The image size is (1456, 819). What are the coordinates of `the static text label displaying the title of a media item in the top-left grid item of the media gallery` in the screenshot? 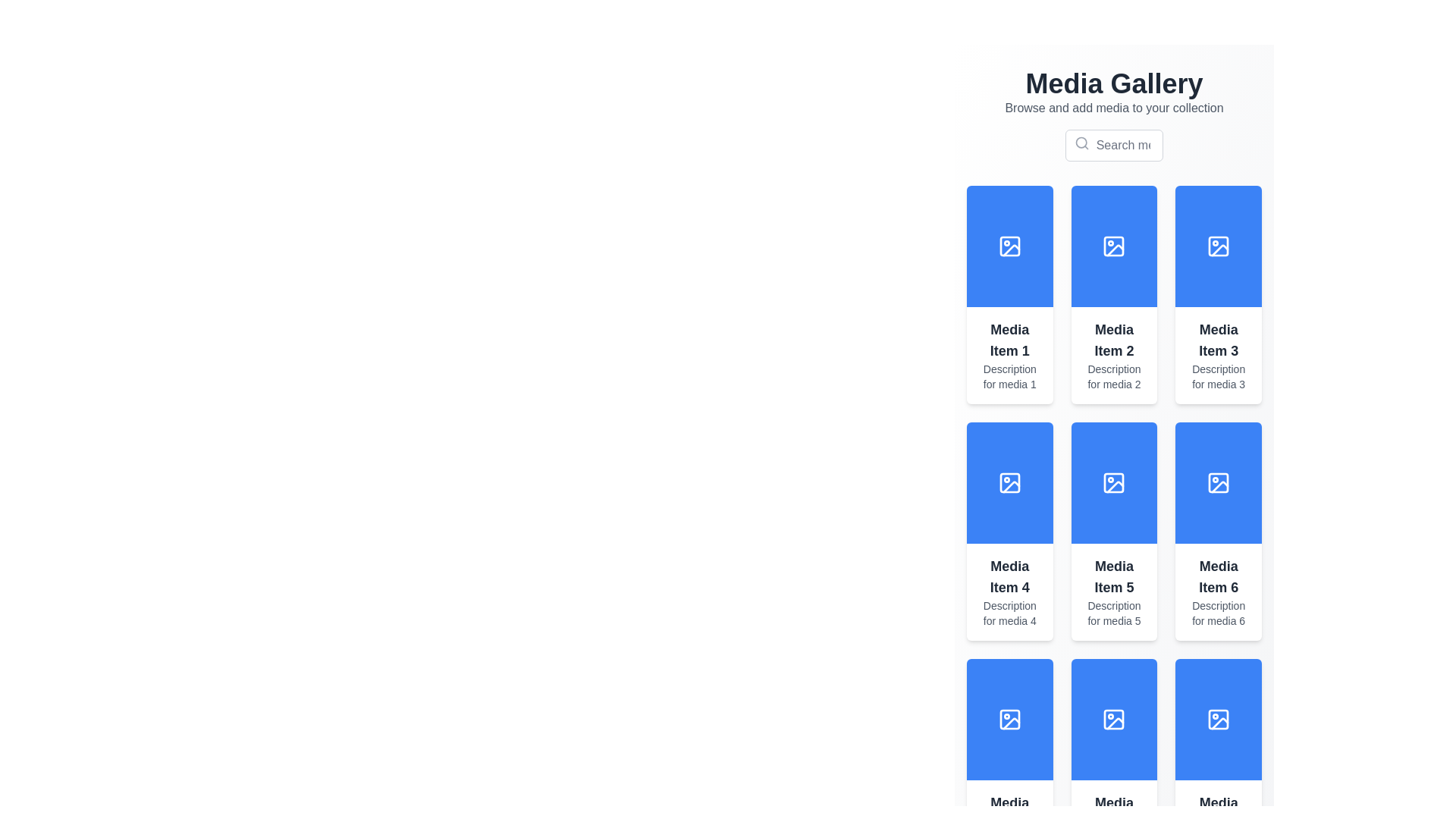 It's located at (1009, 339).